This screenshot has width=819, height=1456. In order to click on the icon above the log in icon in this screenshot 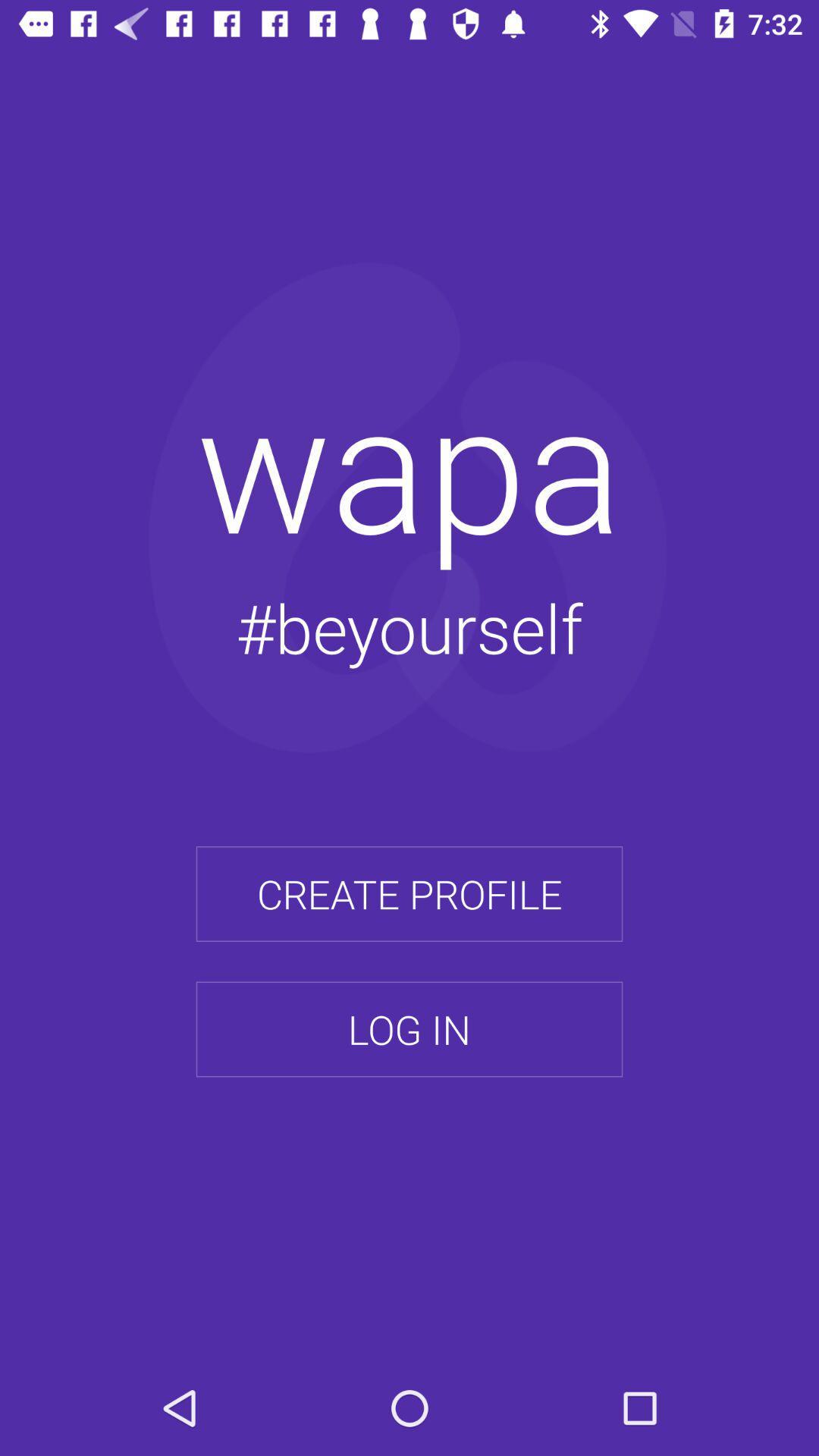, I will do `click(409, 894)`.